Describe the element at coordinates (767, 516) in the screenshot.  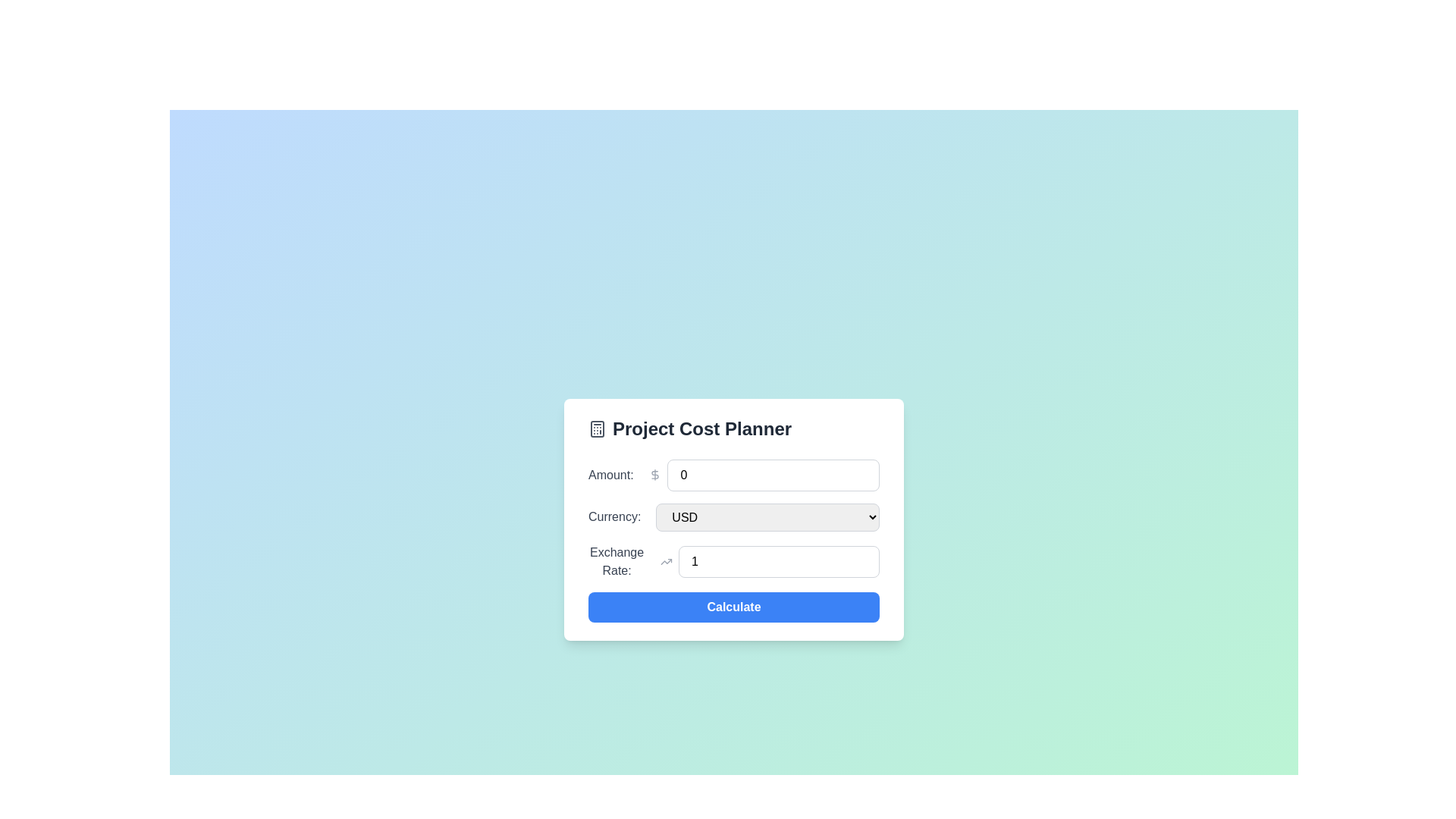
I see `an option from the dropdown menu labeled 'Currency:' that currently displays 'USD'` at that location.